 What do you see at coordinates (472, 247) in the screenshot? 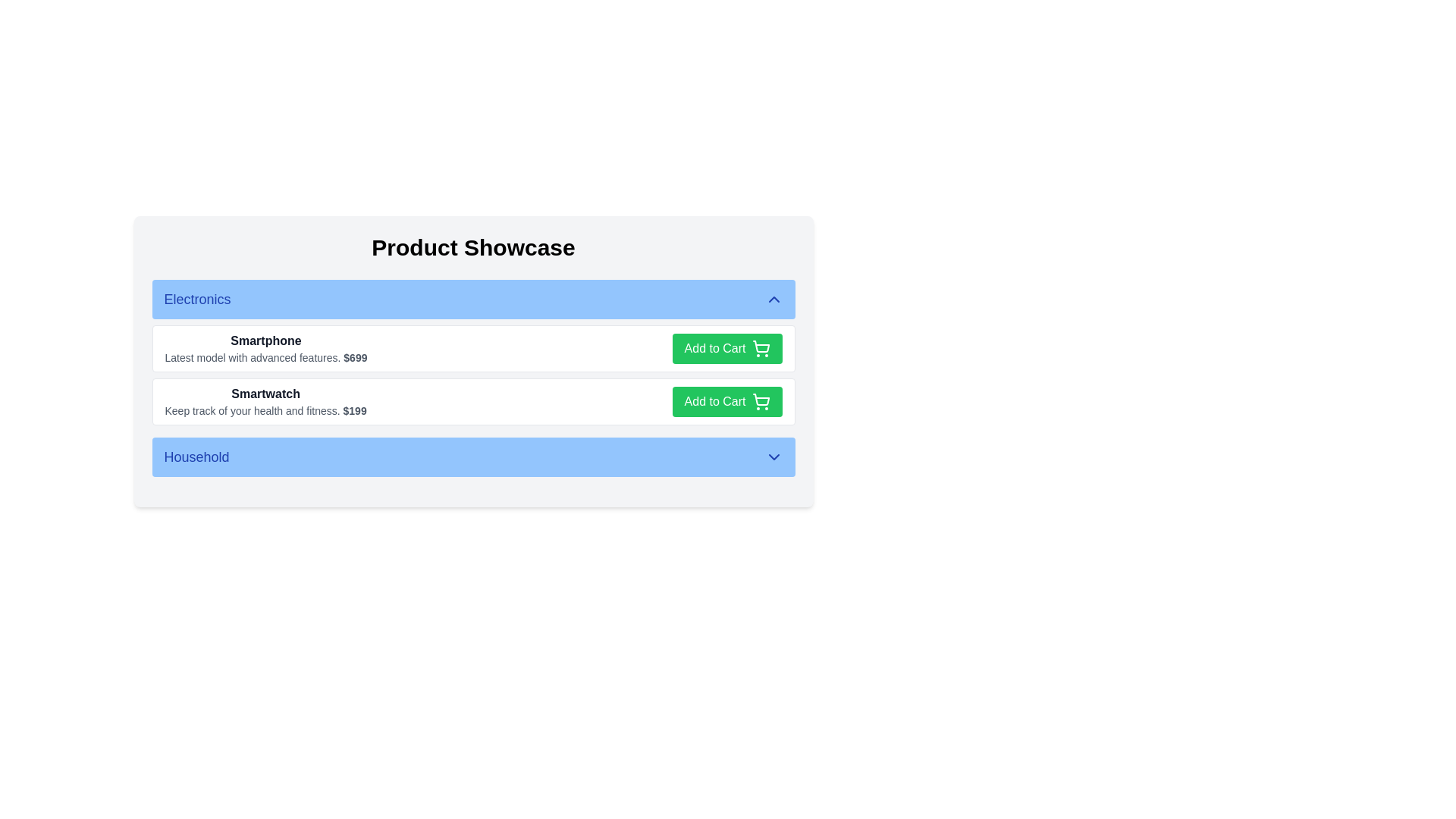
I see `the visual style of the bold, centered header text 'Product Showcase'` at bounding box center [472, 247].